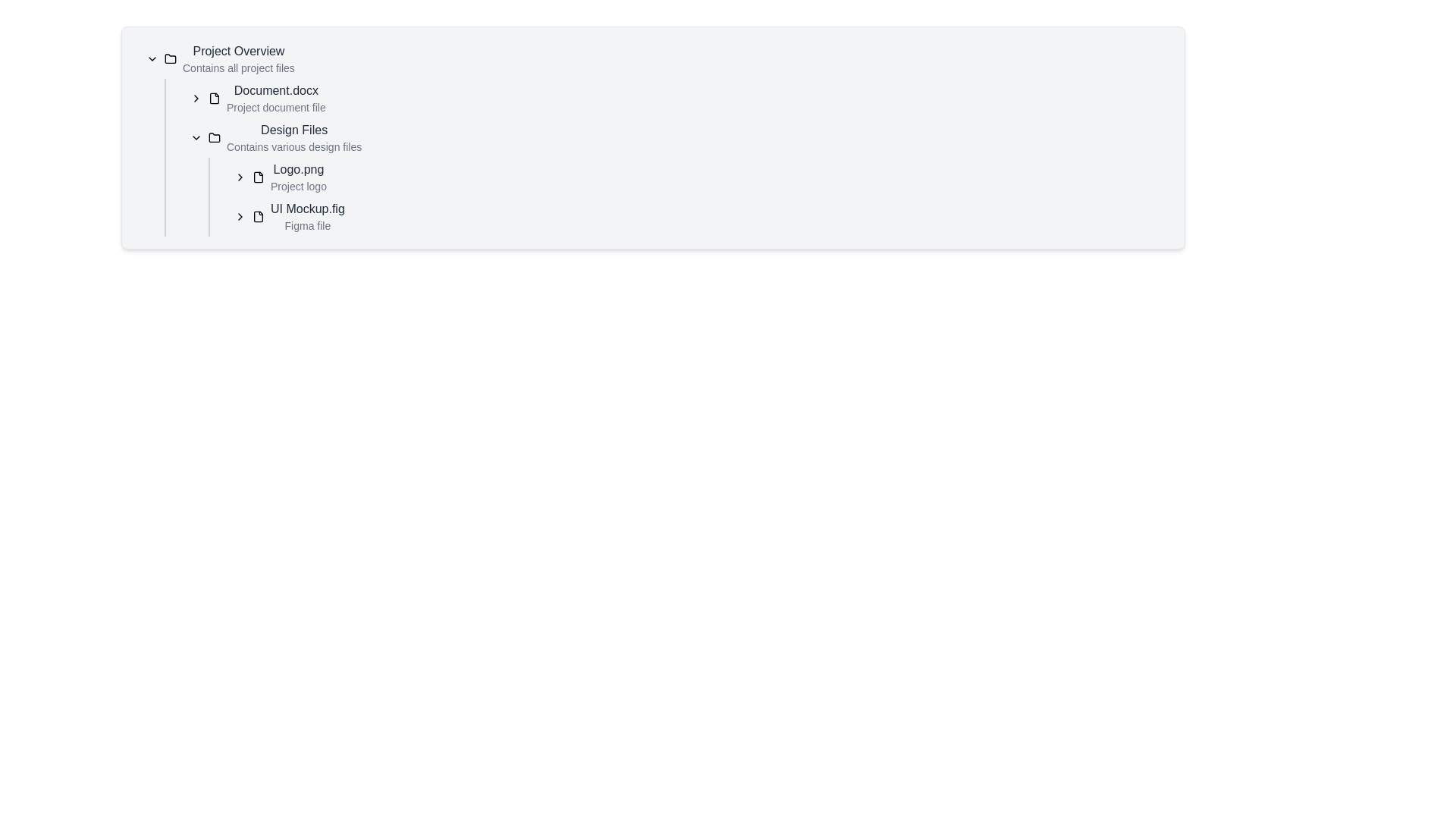 The height and width of the screenshot is (819, 1456). I want to click on the document file icon located between the chevron icon and the text 'Document.docx' in the row labeled 'Document.docx Project document file', so click(214, 99).